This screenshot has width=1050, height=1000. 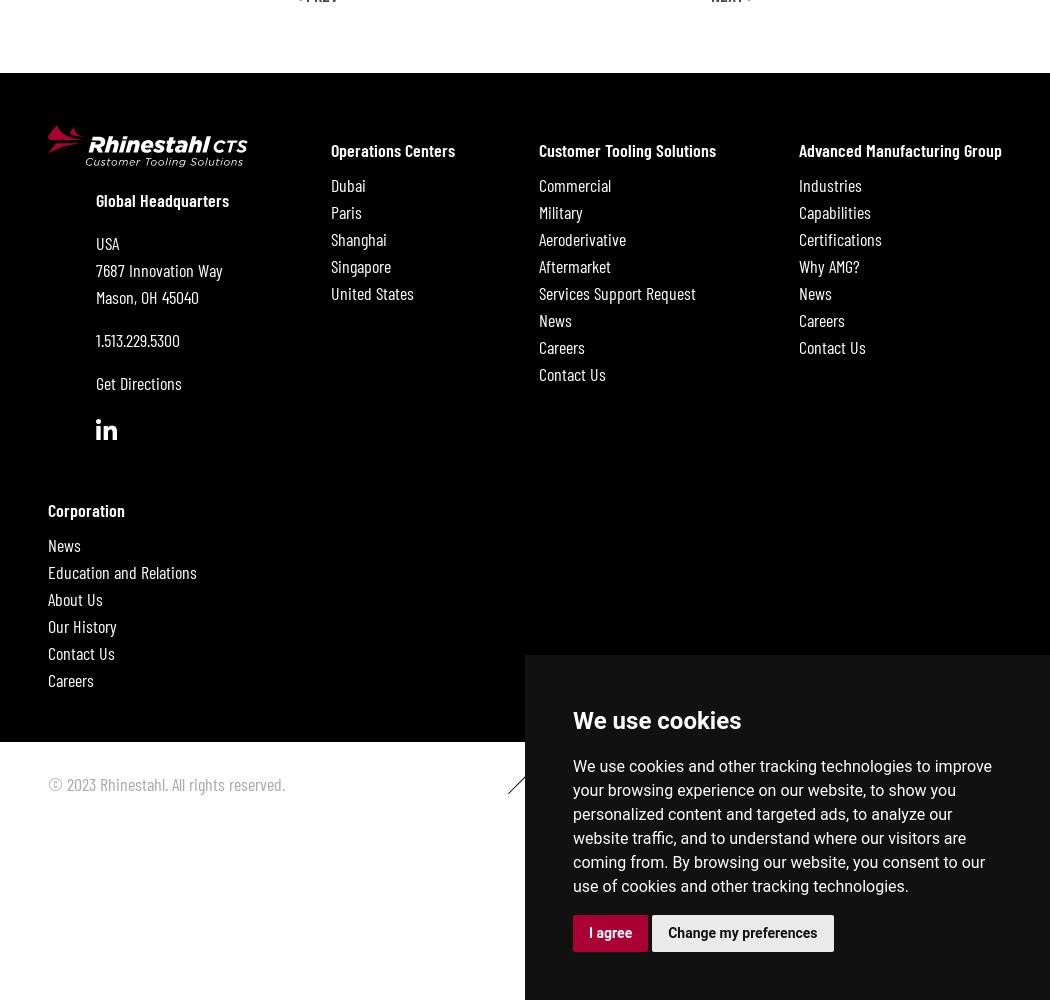 I want to click on 'About Us', so click(x=75, y=597).